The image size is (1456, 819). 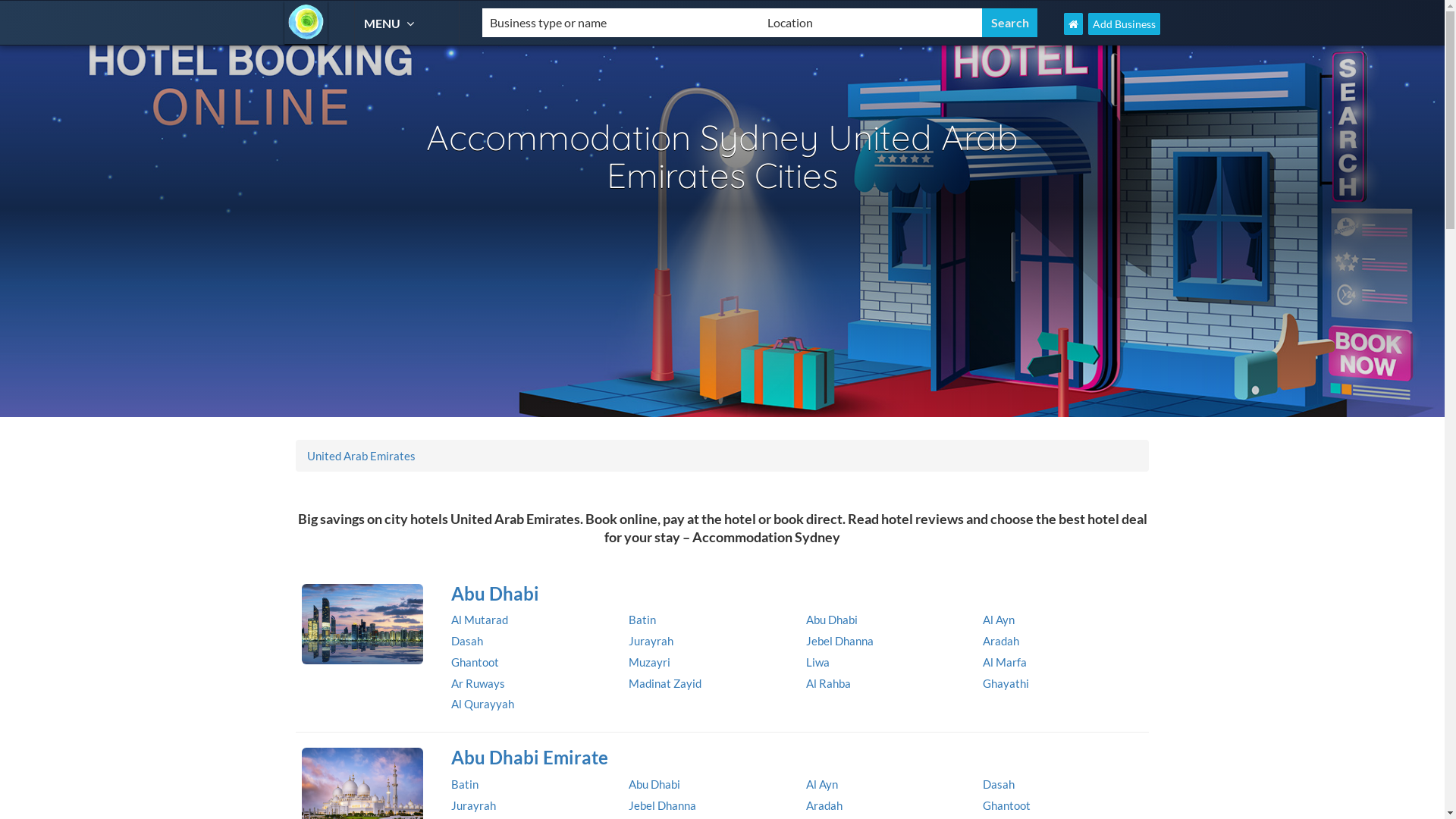 What do you see at coordinates (651, 640) in the screenshot?
I see `'Jurayrah'` at bounding box center [651, 640].